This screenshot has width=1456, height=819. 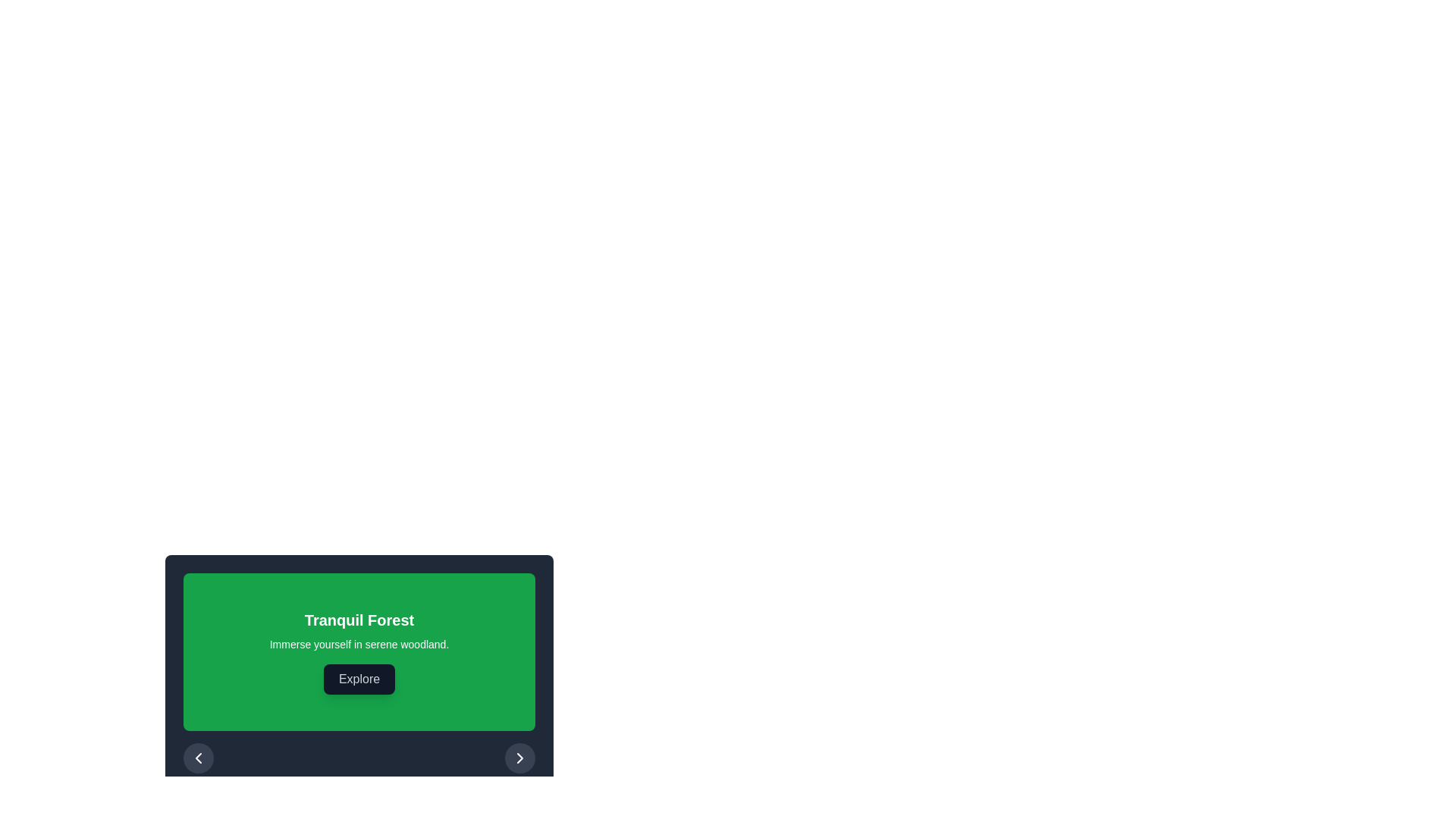 I want to click on the circular button with a leftward-pointing arrow icon located at the bottom-left of the card interface, so click(x=198, y=758).